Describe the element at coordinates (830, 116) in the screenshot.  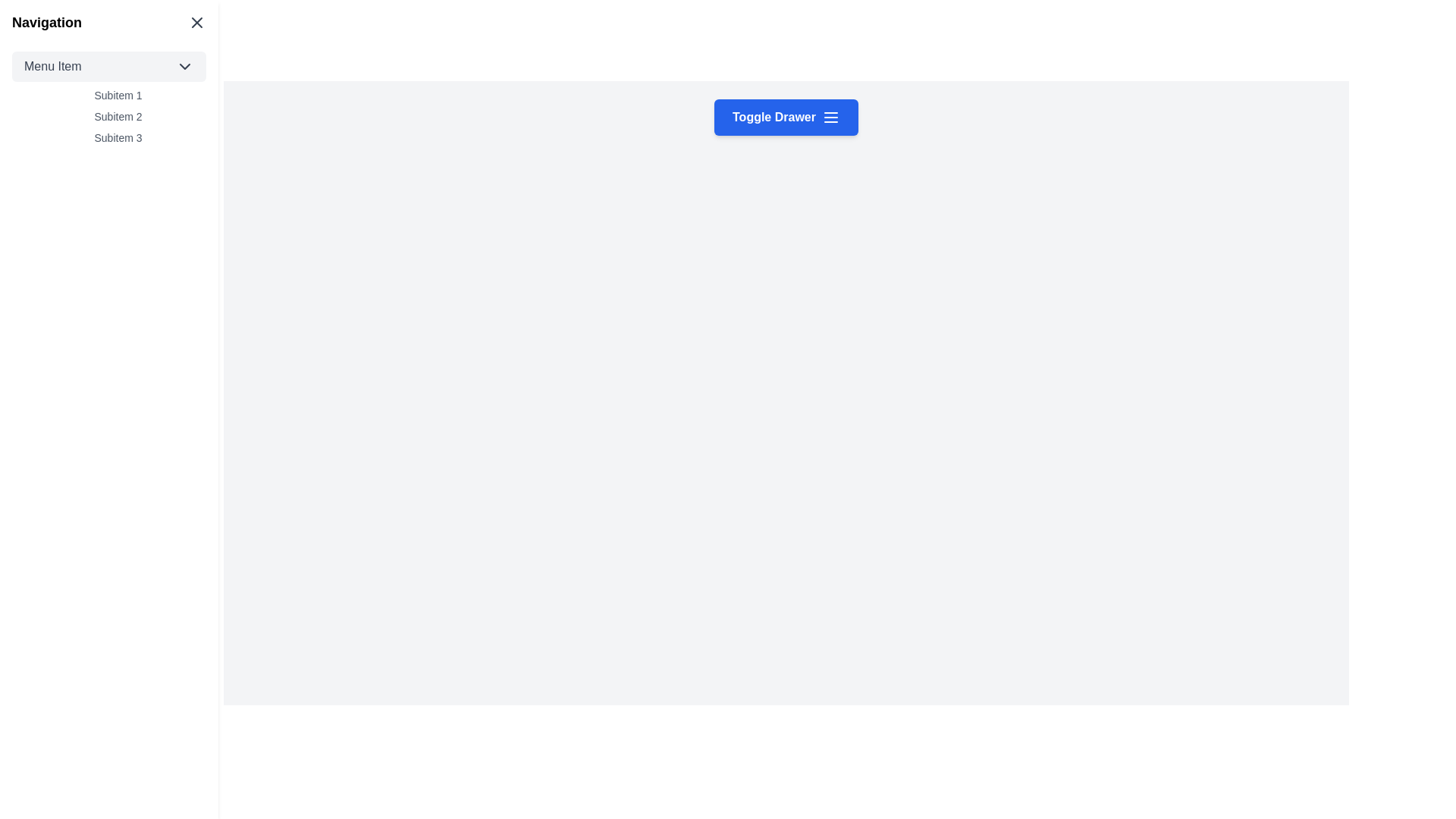
I see `the SVG icon located to the right of the 'Toggle Drawer' button` at that location.